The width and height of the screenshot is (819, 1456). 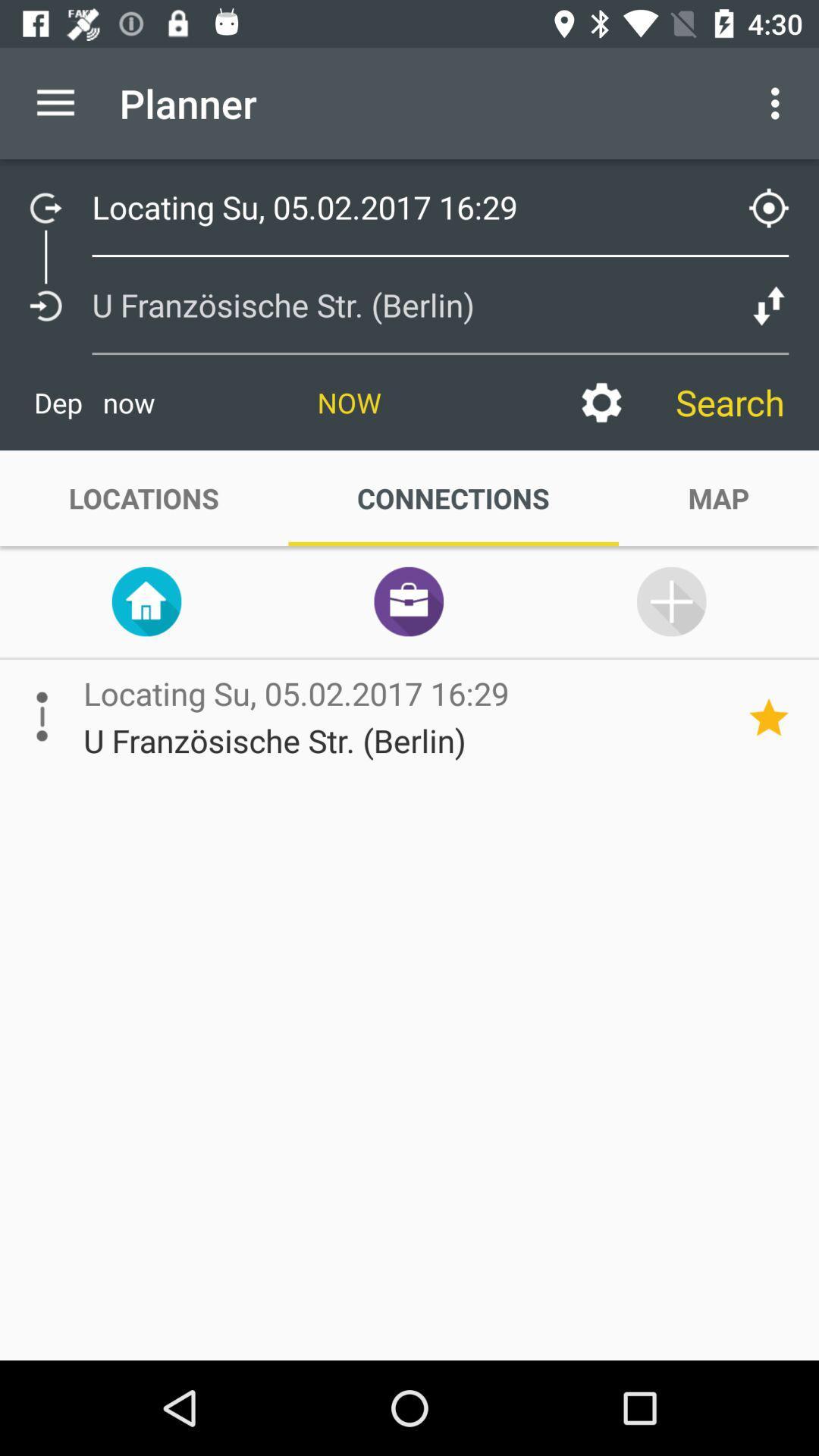 I want to click on the location_crosshair icon, so click(x=779, y=198).